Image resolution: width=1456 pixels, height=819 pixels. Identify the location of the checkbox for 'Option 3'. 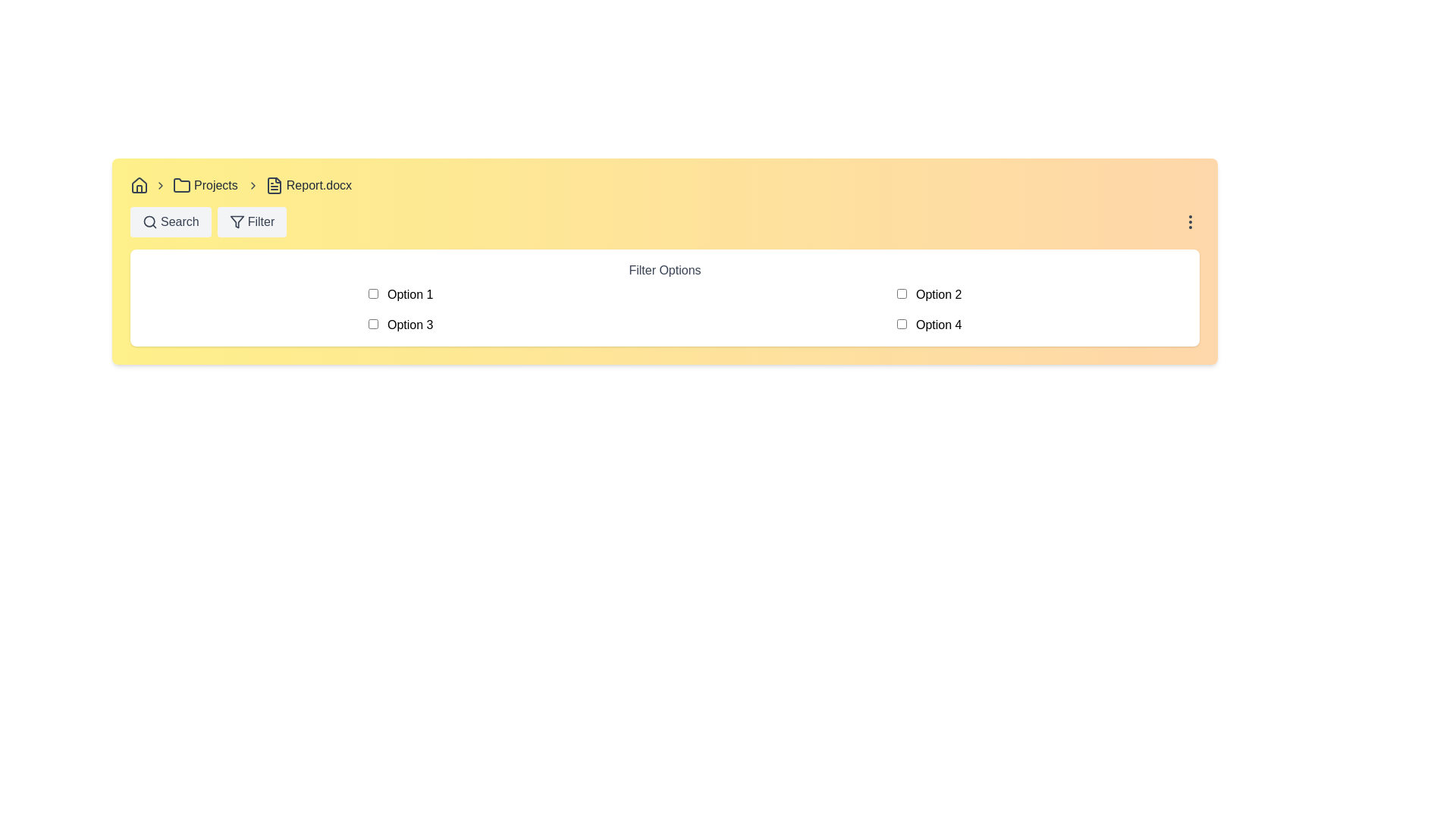
(373, 323).